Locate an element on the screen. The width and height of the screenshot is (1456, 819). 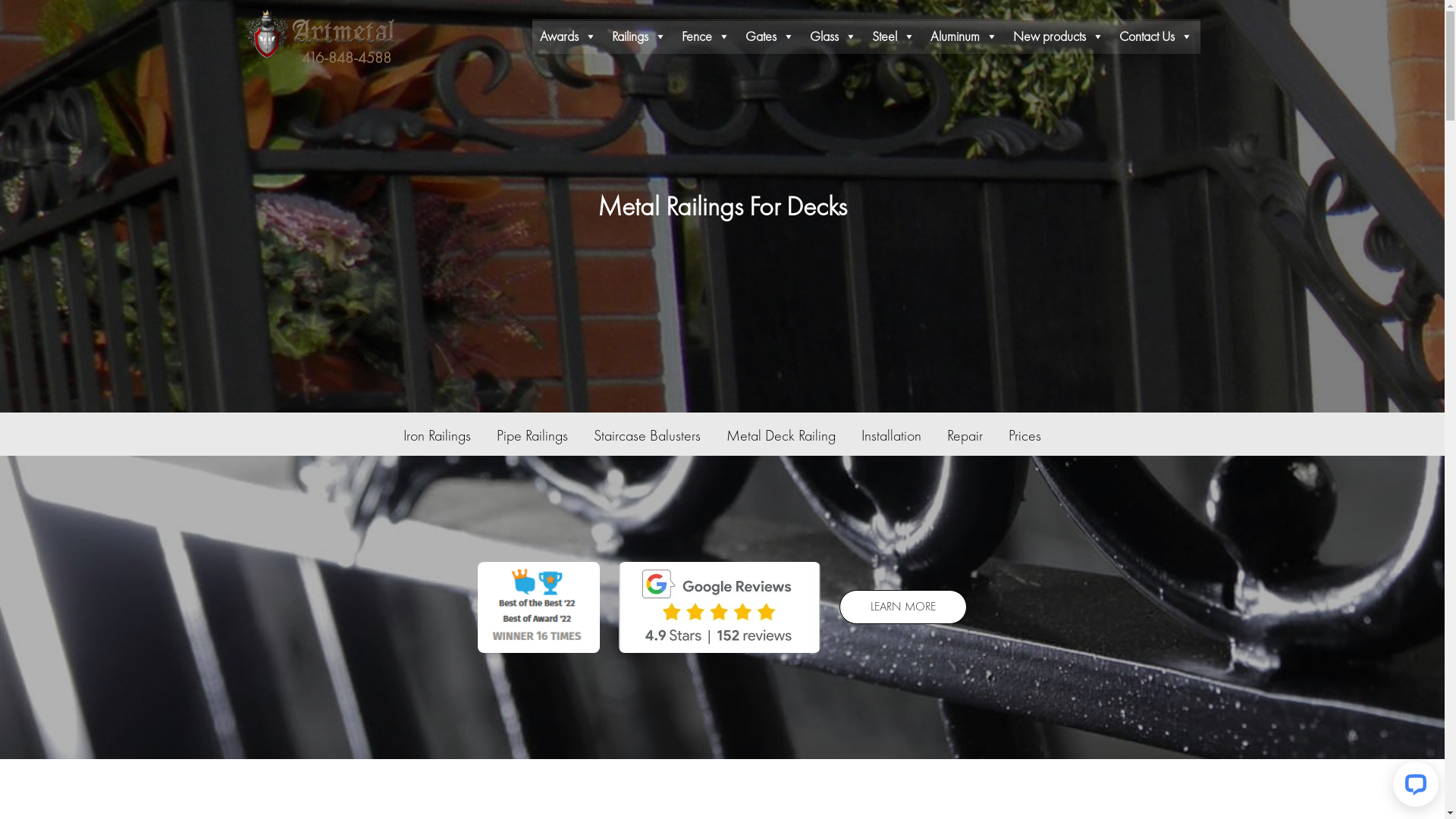
'Fence' is located at coordinates (704, 35).